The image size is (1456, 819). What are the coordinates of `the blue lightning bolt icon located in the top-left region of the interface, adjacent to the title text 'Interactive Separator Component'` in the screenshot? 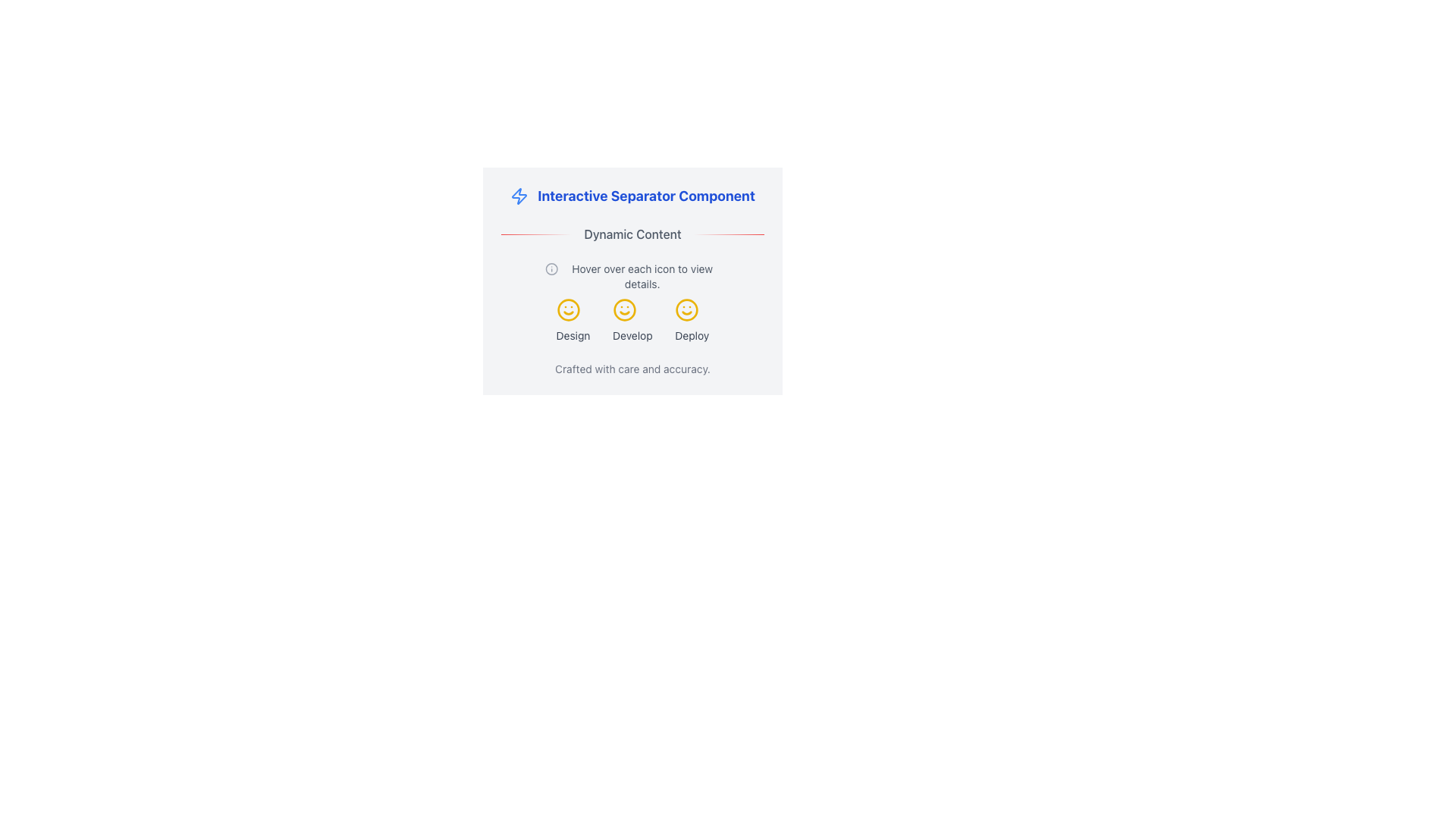 It's located at (519, 195).